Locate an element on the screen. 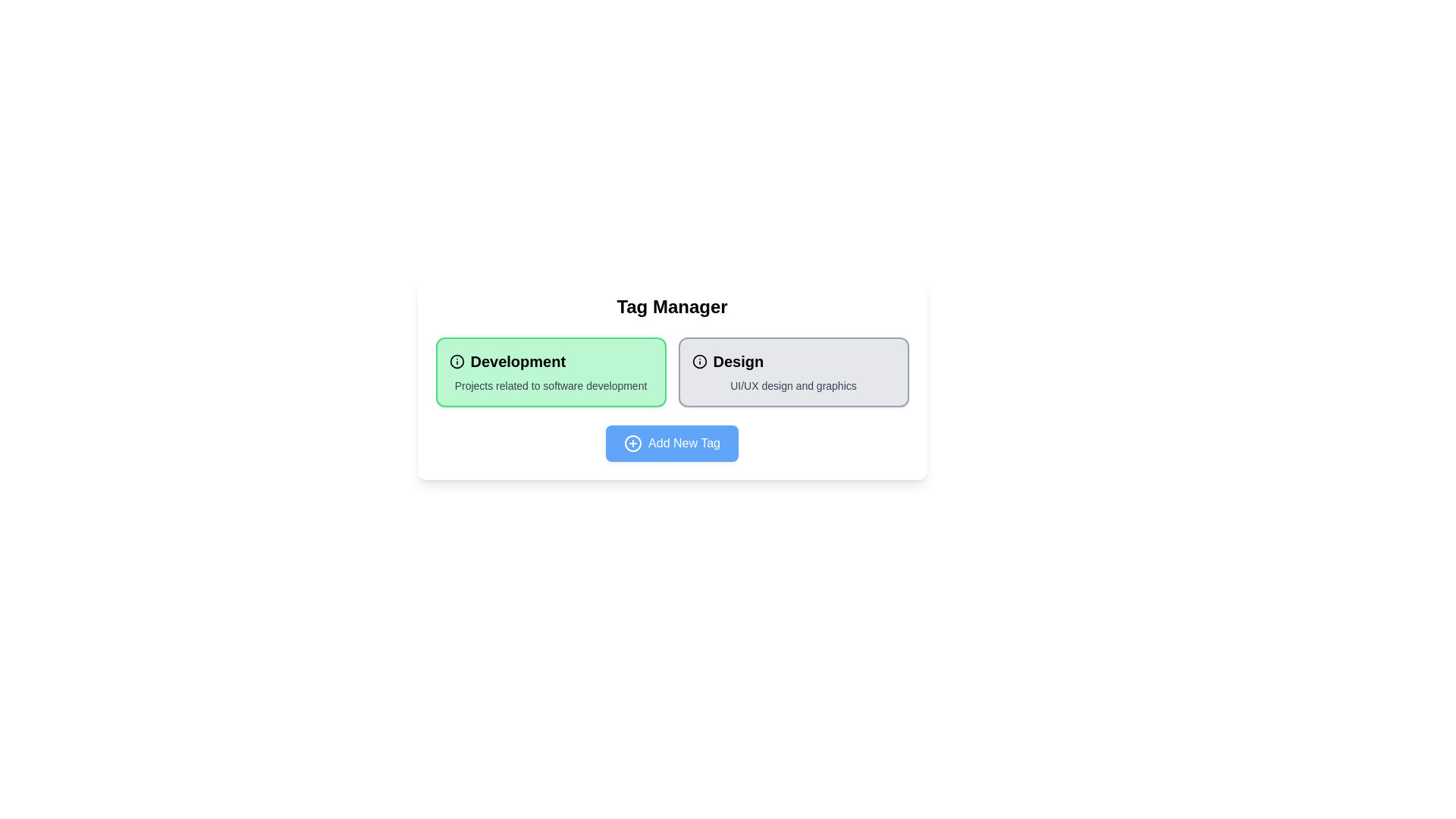 The width and height of the screenshot is (1456, 819). the blue button labeled 'Add New Tag' with a plus icon on the left is located at coordinates (671, 444).